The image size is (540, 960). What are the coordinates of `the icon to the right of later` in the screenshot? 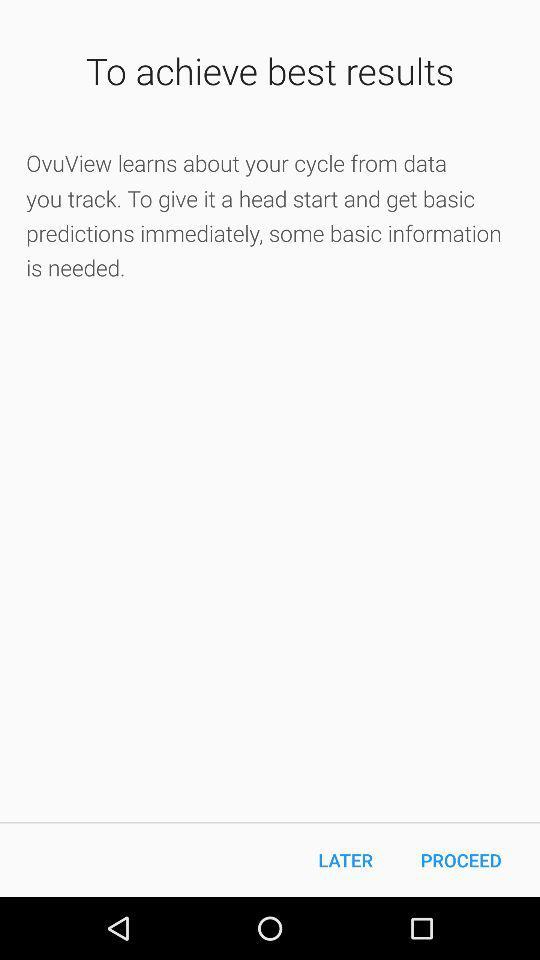 It's located at (461, 859).